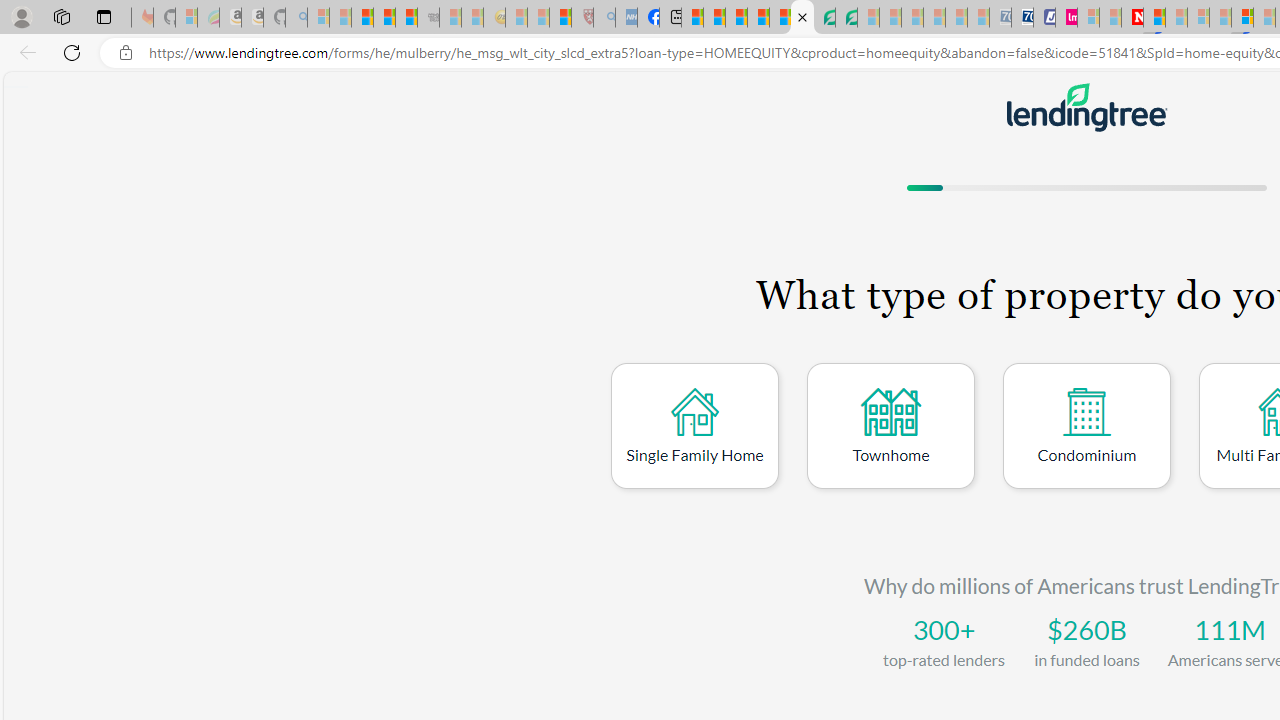 This screenshot has width=1280, height=720. What do you see at coordinates (1132, 17) in the screenshot?
I see `'Latest Politics News & Archive | Newsweek.com'` at bounding box center [1132, 17].